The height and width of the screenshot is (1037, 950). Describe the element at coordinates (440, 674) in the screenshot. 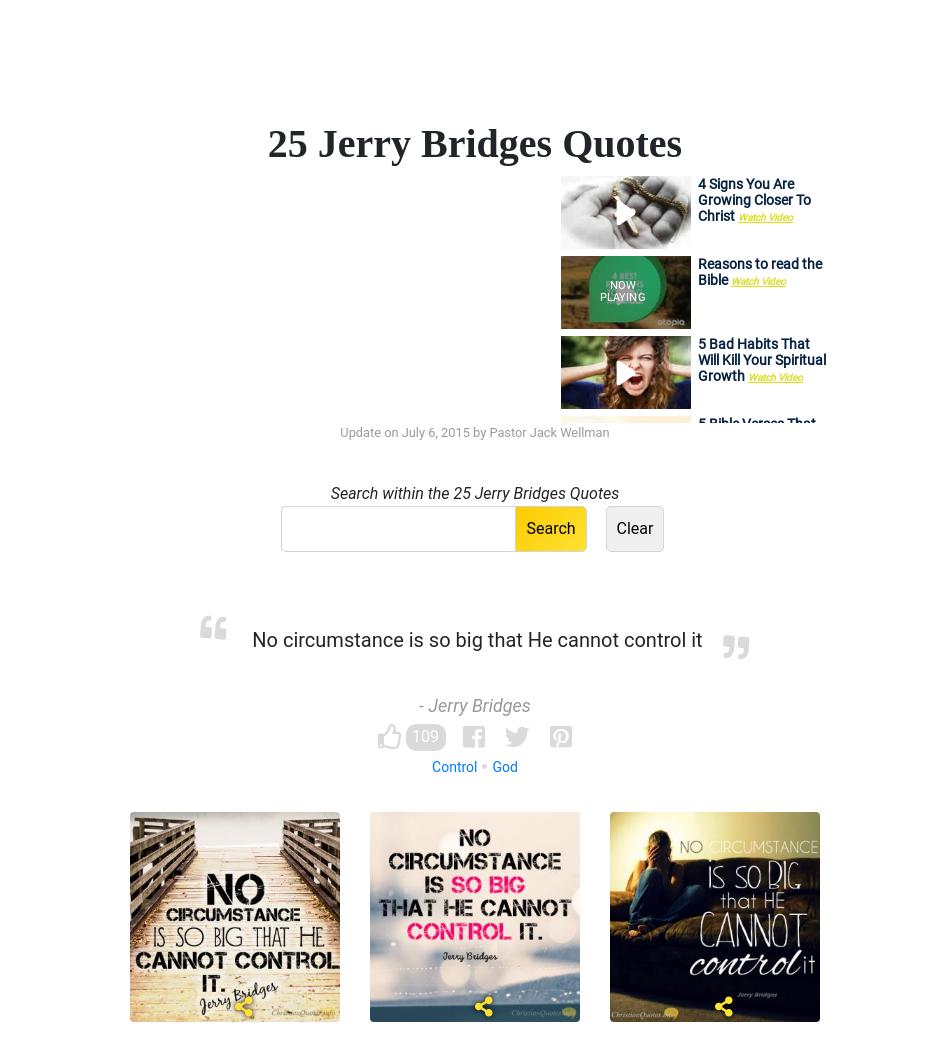

I see `'Bitterness'` at that location.